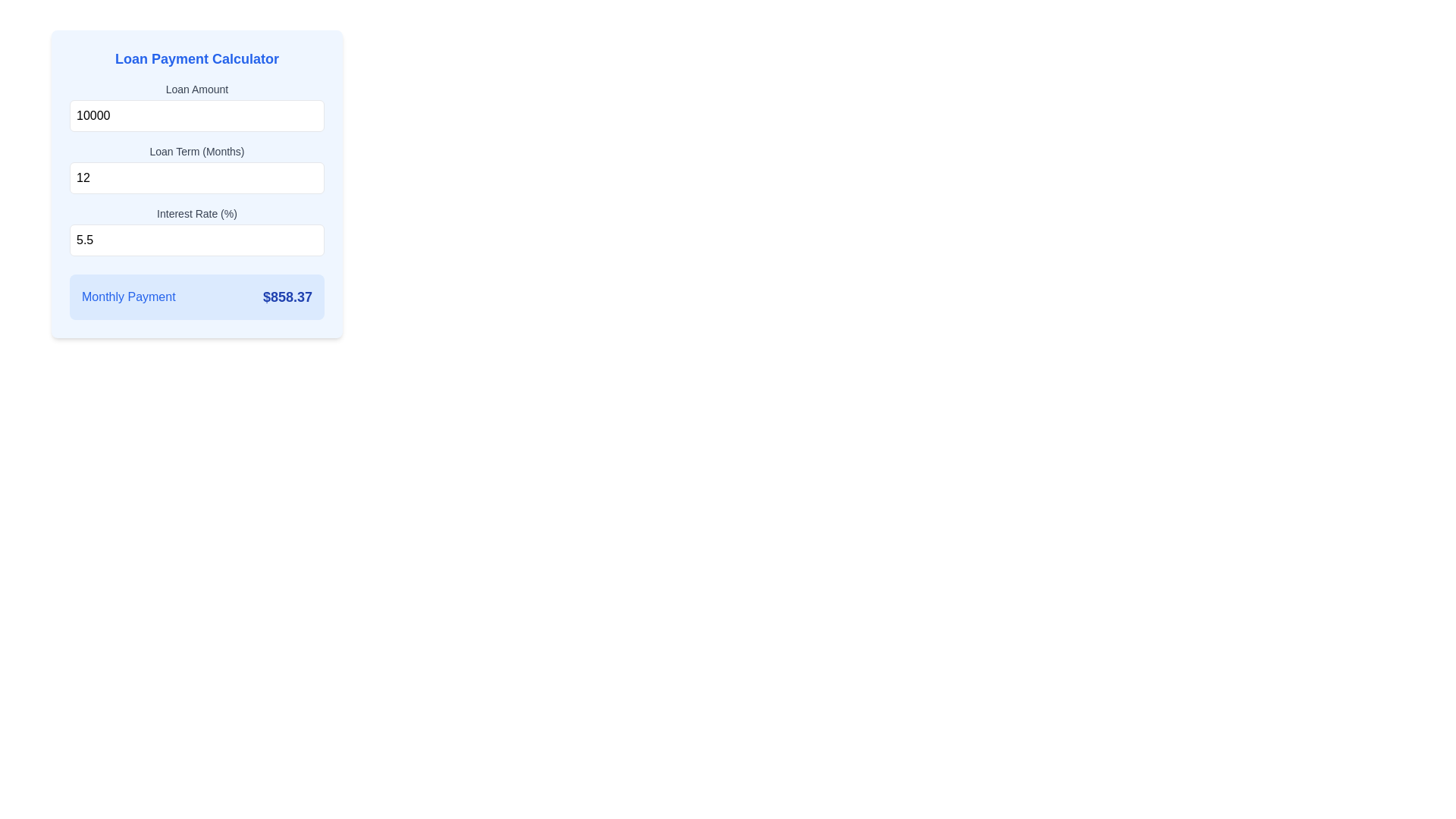 Image resolution: width=1456 pixels, height=819 pixels. Describe the element at coordinates (196, 89) in the screenshot. I see `the 'Loan Amount' text label, which is styled in gray and positioned above the input field in the 'Loan Payment Calculator' form` at that location.